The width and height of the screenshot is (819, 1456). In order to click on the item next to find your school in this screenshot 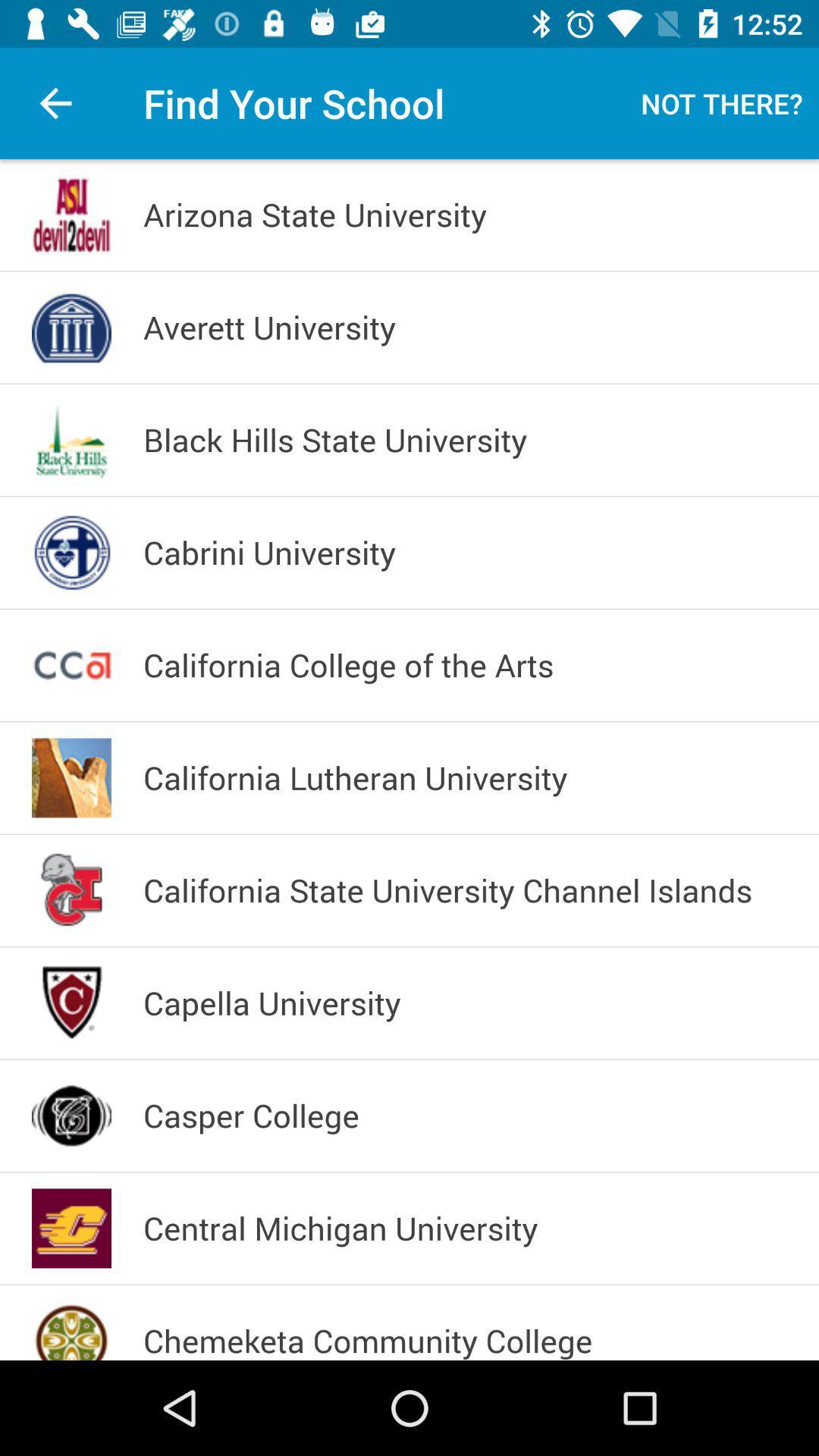, I will do `click(55, 102)`.